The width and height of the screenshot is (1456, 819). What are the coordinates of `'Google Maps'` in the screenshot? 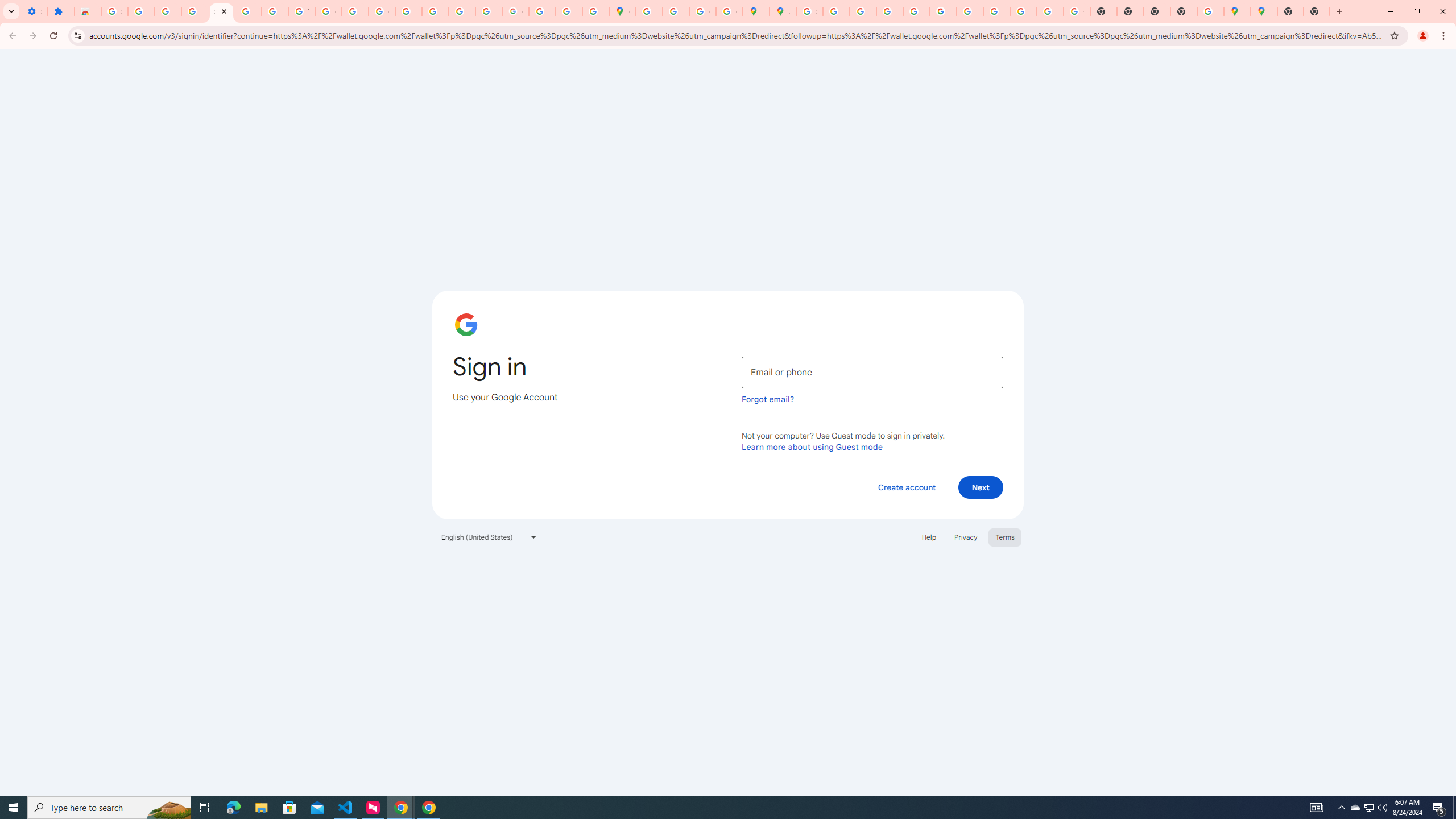 It's located at (1263, 11).